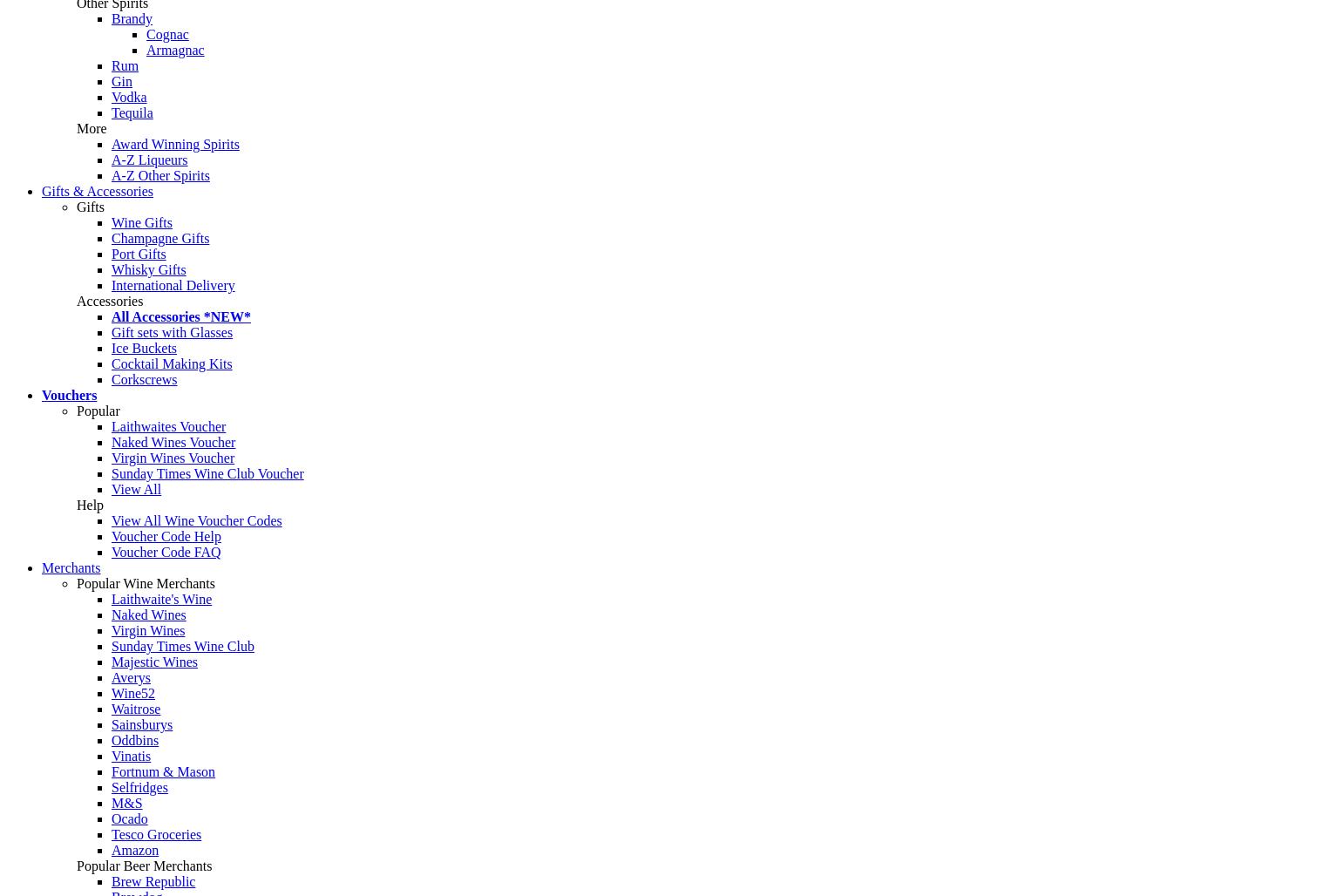 The width and height of the screenshot is (1329, 896). I want to click on 'Port Gifts', so click(138, 254).